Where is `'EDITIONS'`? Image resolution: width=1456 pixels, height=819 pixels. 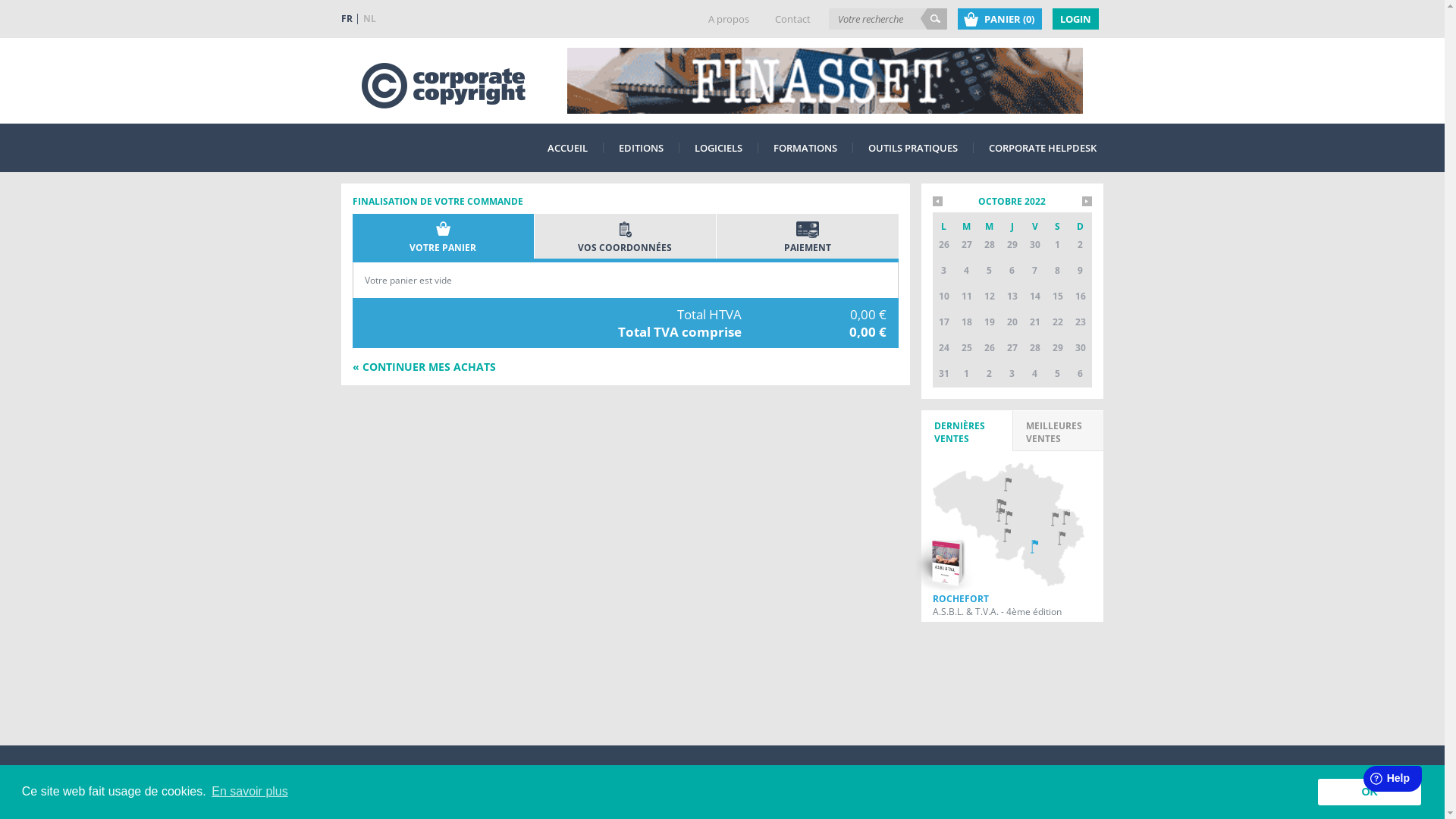 'EDITIONS' is located at coordinates (641, 148).